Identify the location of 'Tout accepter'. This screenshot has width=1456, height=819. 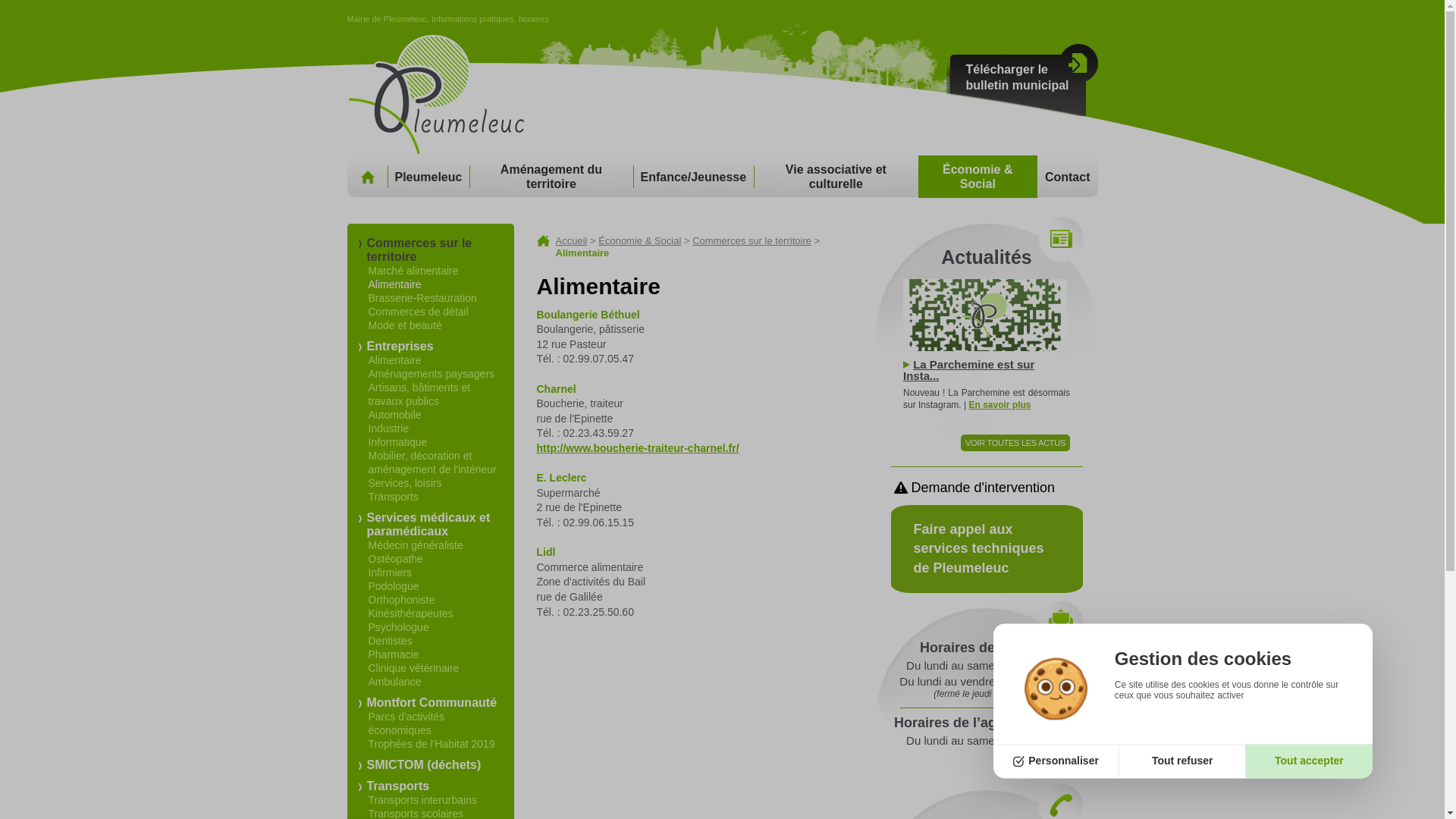
(1245, 761).